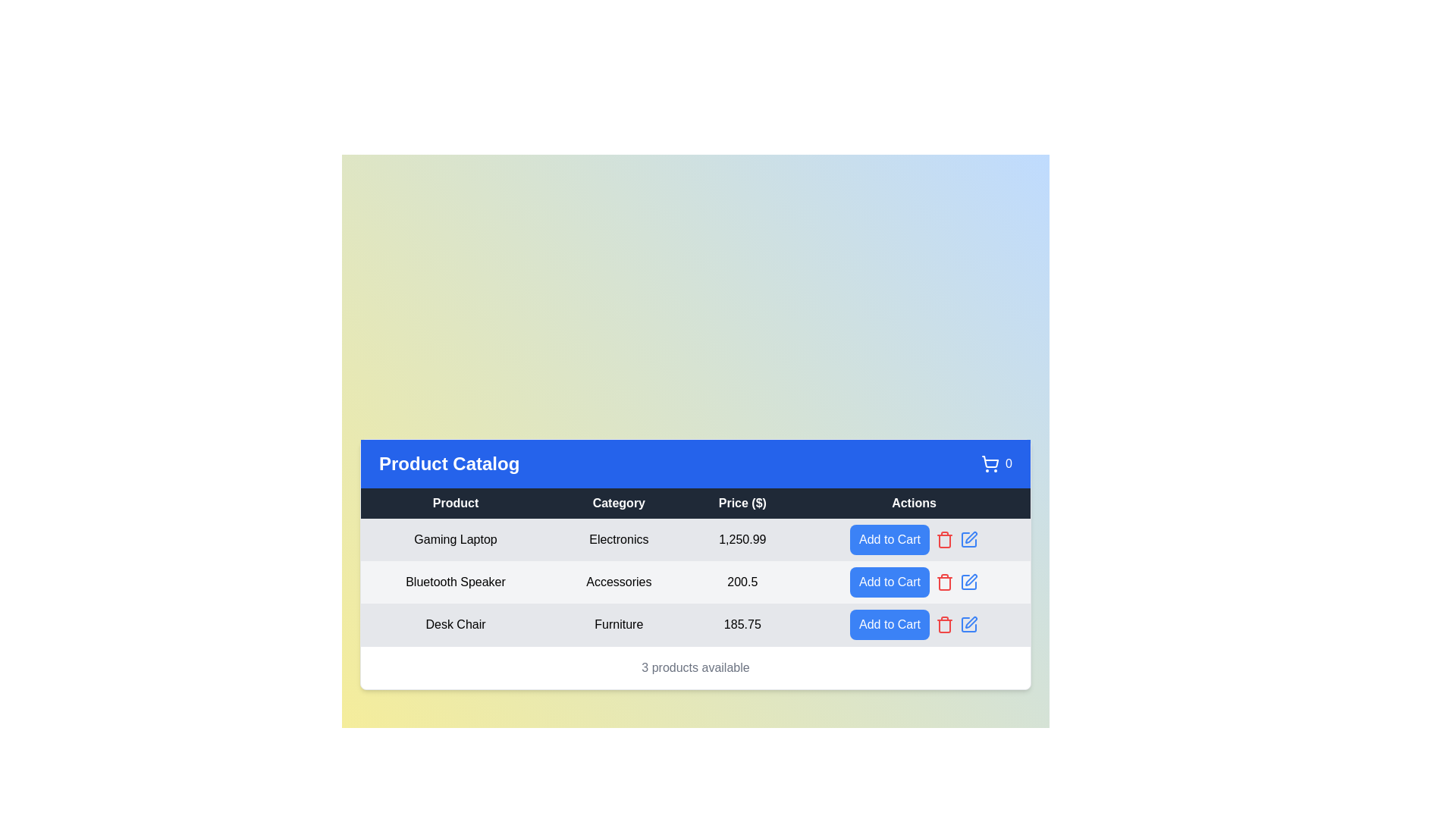  I want to click on the edit icon button, which is a small blue pencil icon in the Actions column of the product table, so click(968, 581).